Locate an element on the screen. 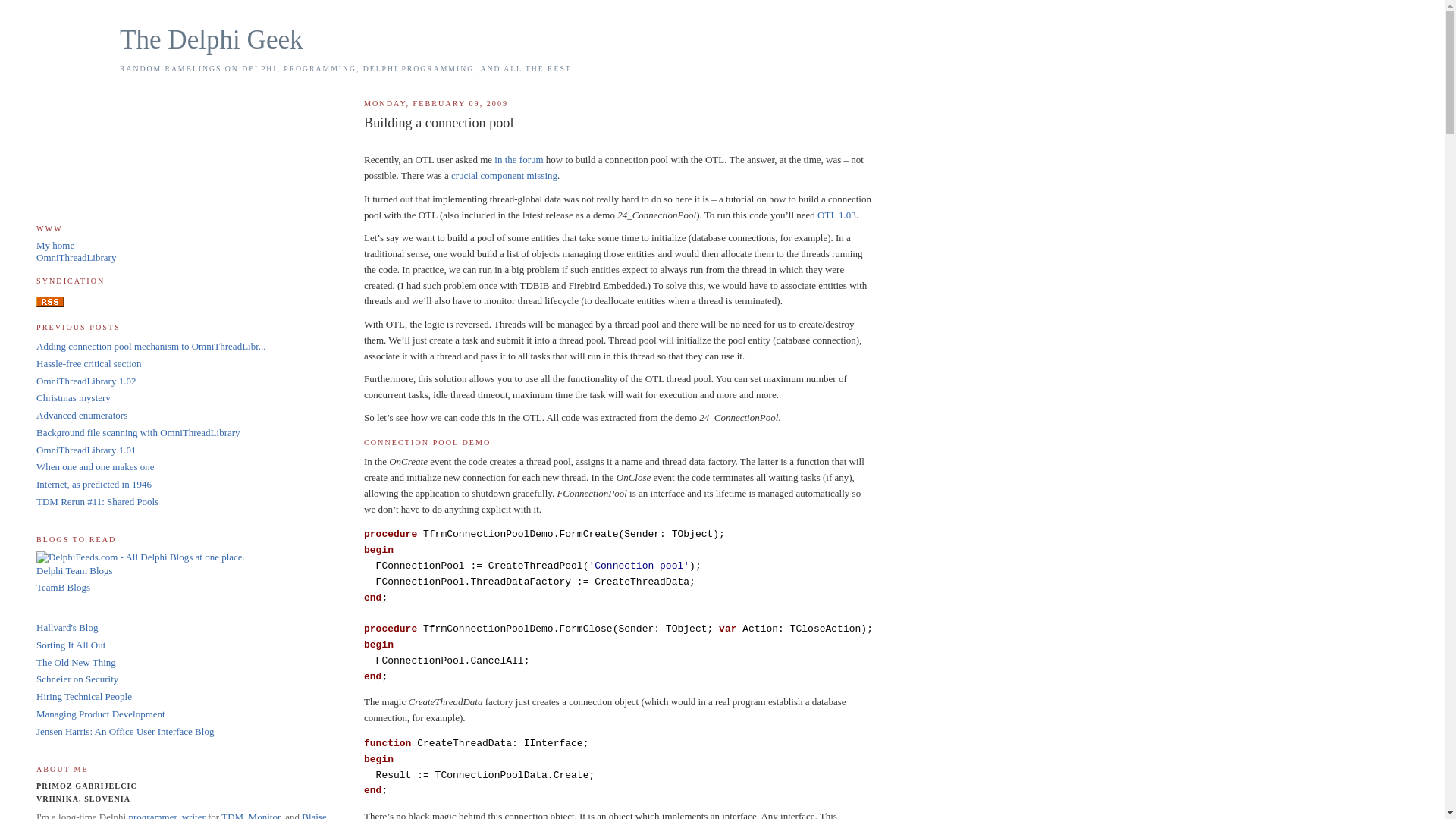 The image size is (1456, 819). 'Internet, as predicted in 1946' is located at coordinates (93, 484).